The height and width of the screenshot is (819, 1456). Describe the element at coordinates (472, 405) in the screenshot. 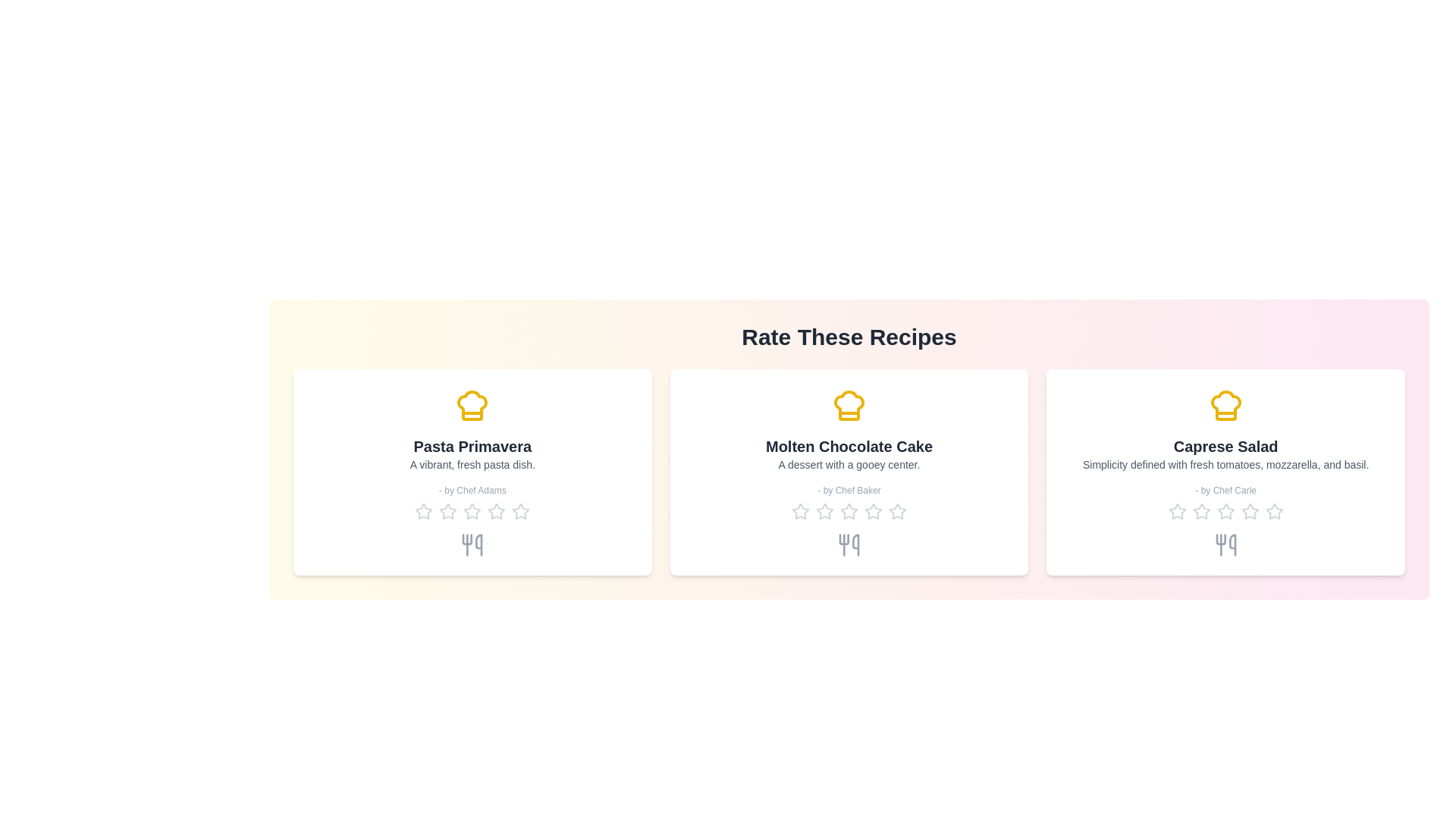

I see `the chef hat icon for the Pasta Primavera recipe` at that location.